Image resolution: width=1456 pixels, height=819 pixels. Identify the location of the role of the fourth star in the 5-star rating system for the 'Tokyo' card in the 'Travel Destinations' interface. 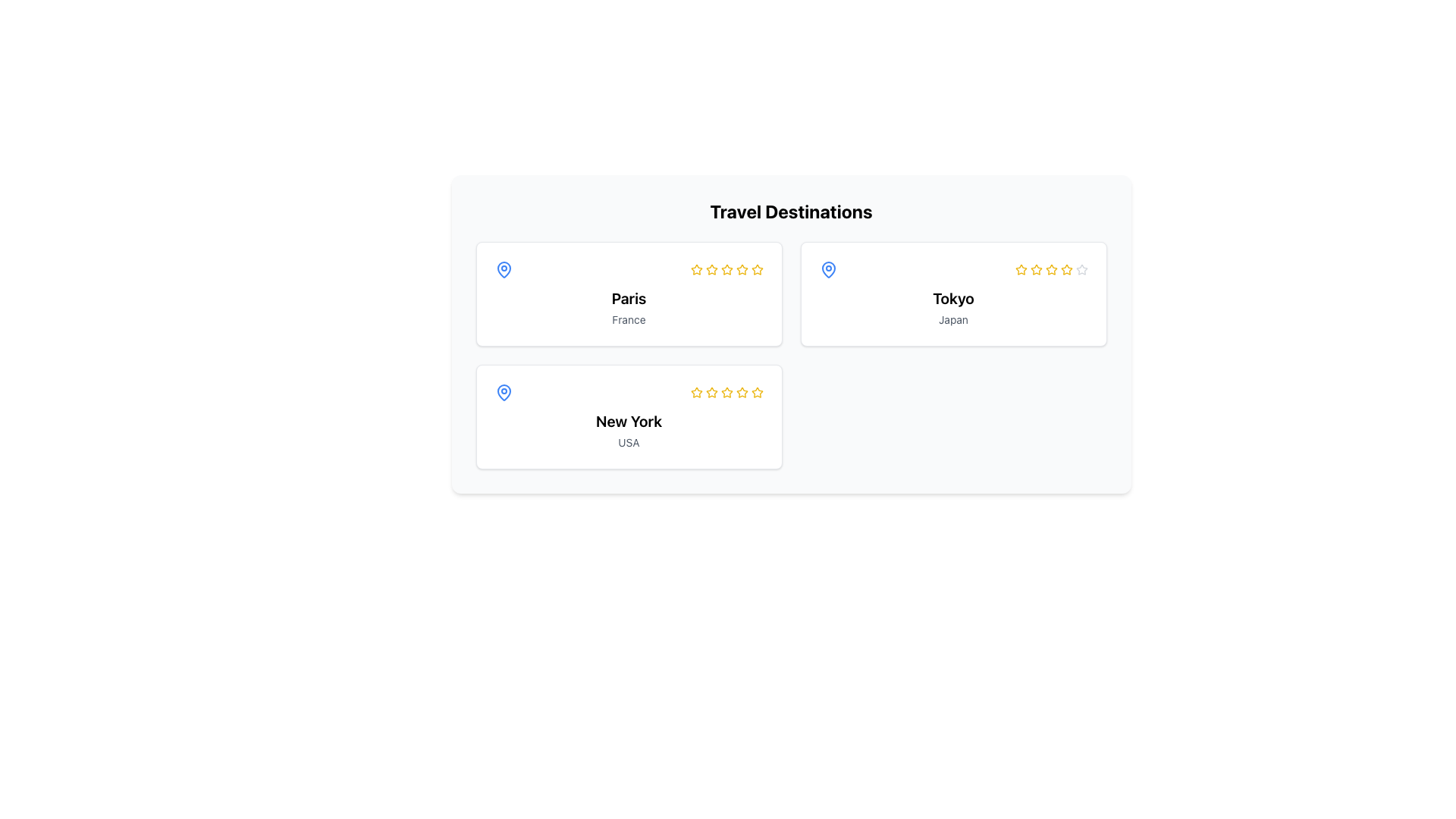
(1050, 268).